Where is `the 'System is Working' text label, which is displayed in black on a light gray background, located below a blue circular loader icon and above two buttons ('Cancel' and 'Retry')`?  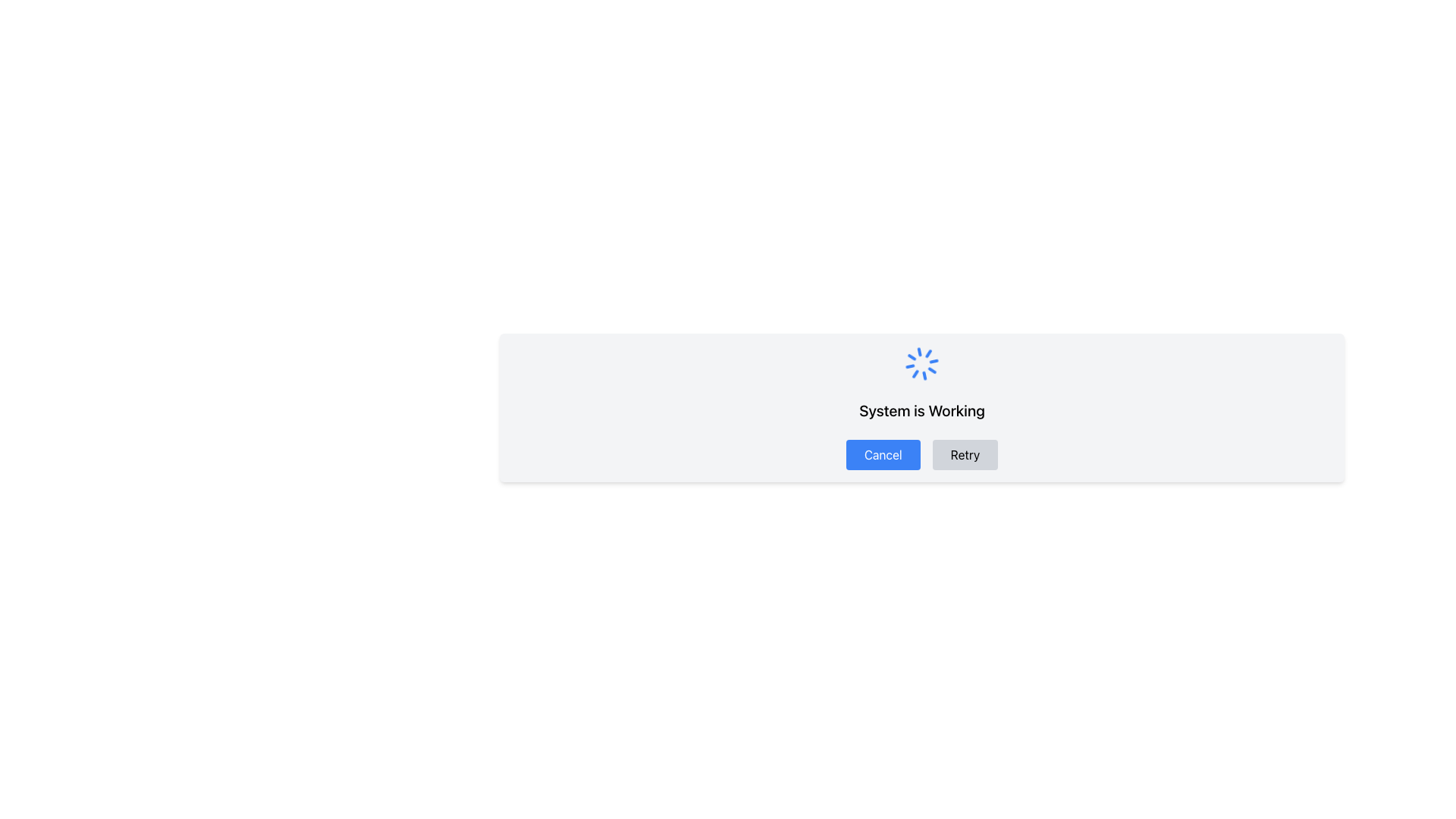 the 'System is Working' text label, which is displayed in black on a light gray background, located below a blue circular loader icon and above two buttons ('Cancel' and 'Retry') is located at coordinates (921, 411).